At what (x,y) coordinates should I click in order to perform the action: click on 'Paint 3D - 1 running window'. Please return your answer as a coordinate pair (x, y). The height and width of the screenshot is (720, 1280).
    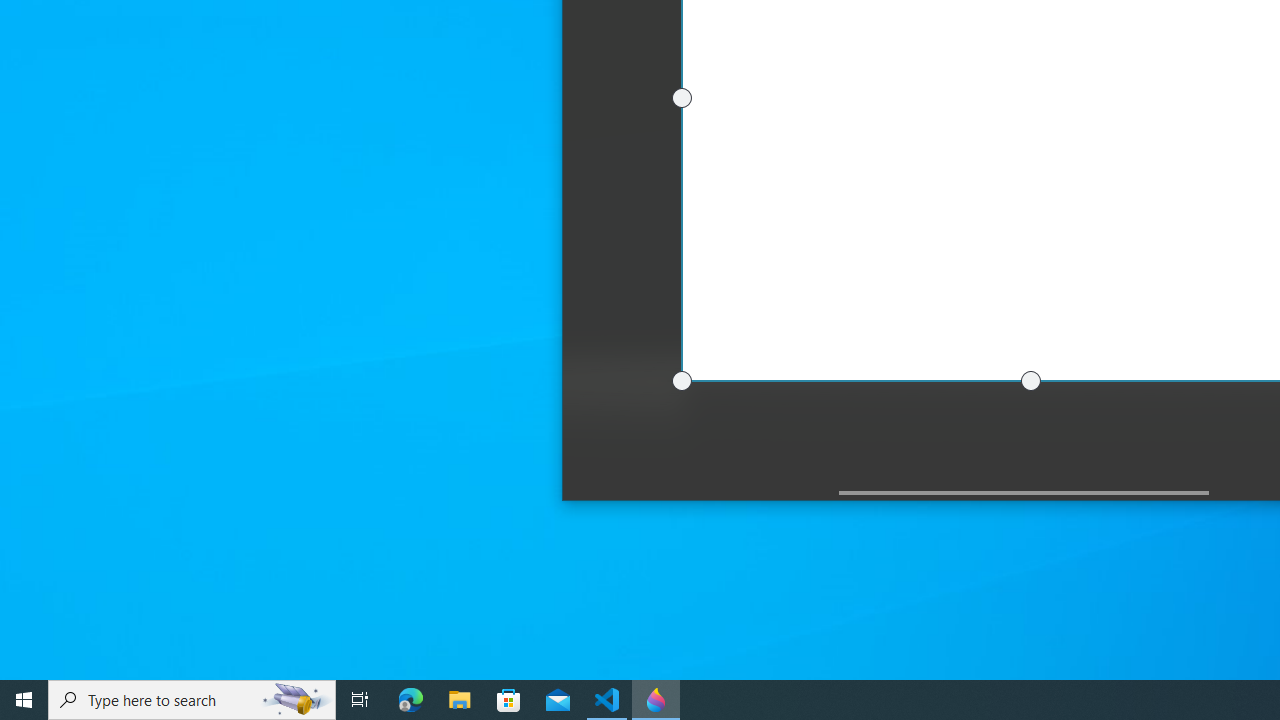
    Looking at the image, I should click on (656, 698).